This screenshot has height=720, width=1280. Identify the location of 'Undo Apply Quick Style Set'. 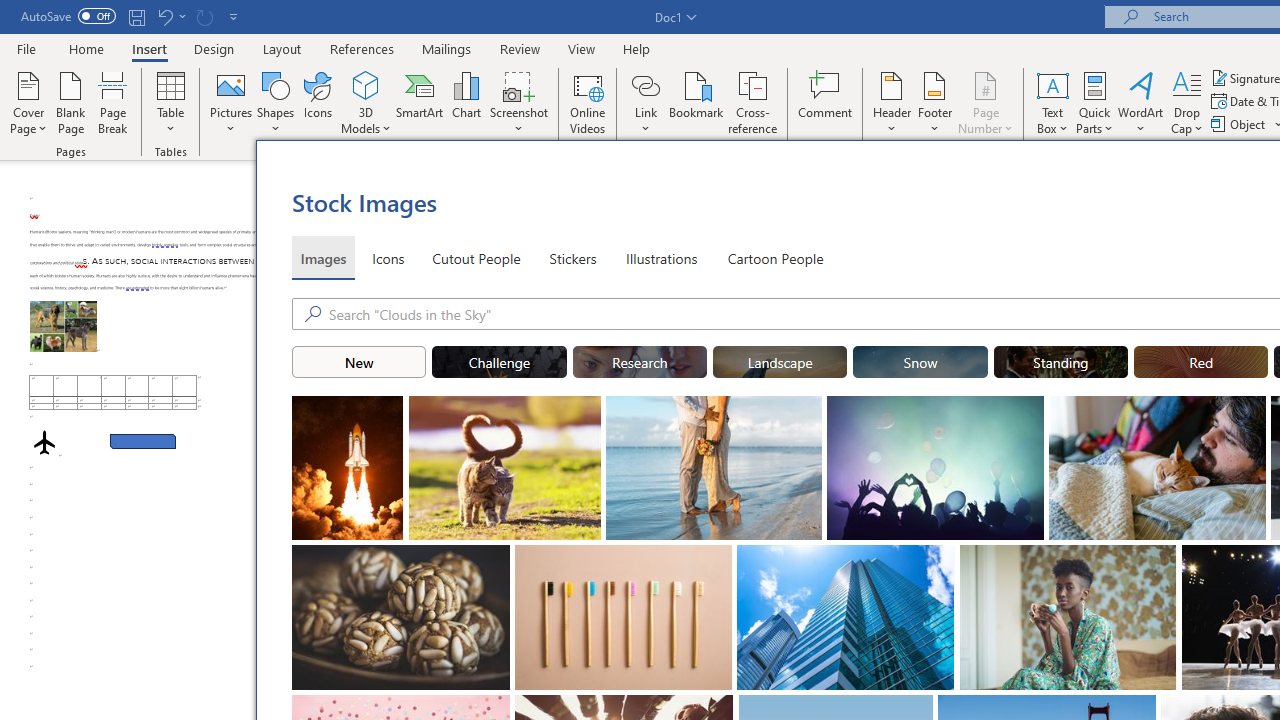
(164, 16).